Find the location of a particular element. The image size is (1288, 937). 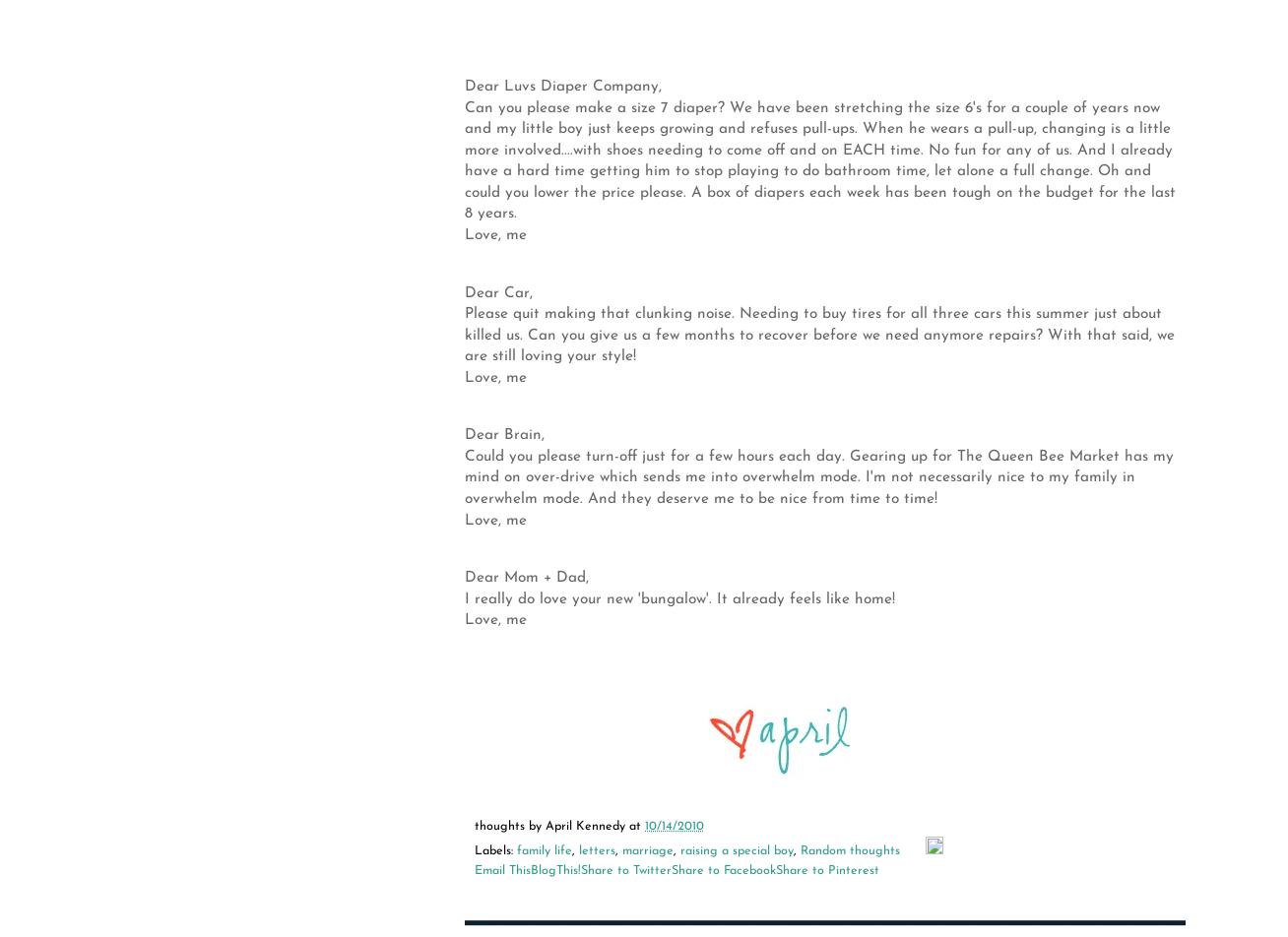

'letters' is located at coordinates (596, 850).